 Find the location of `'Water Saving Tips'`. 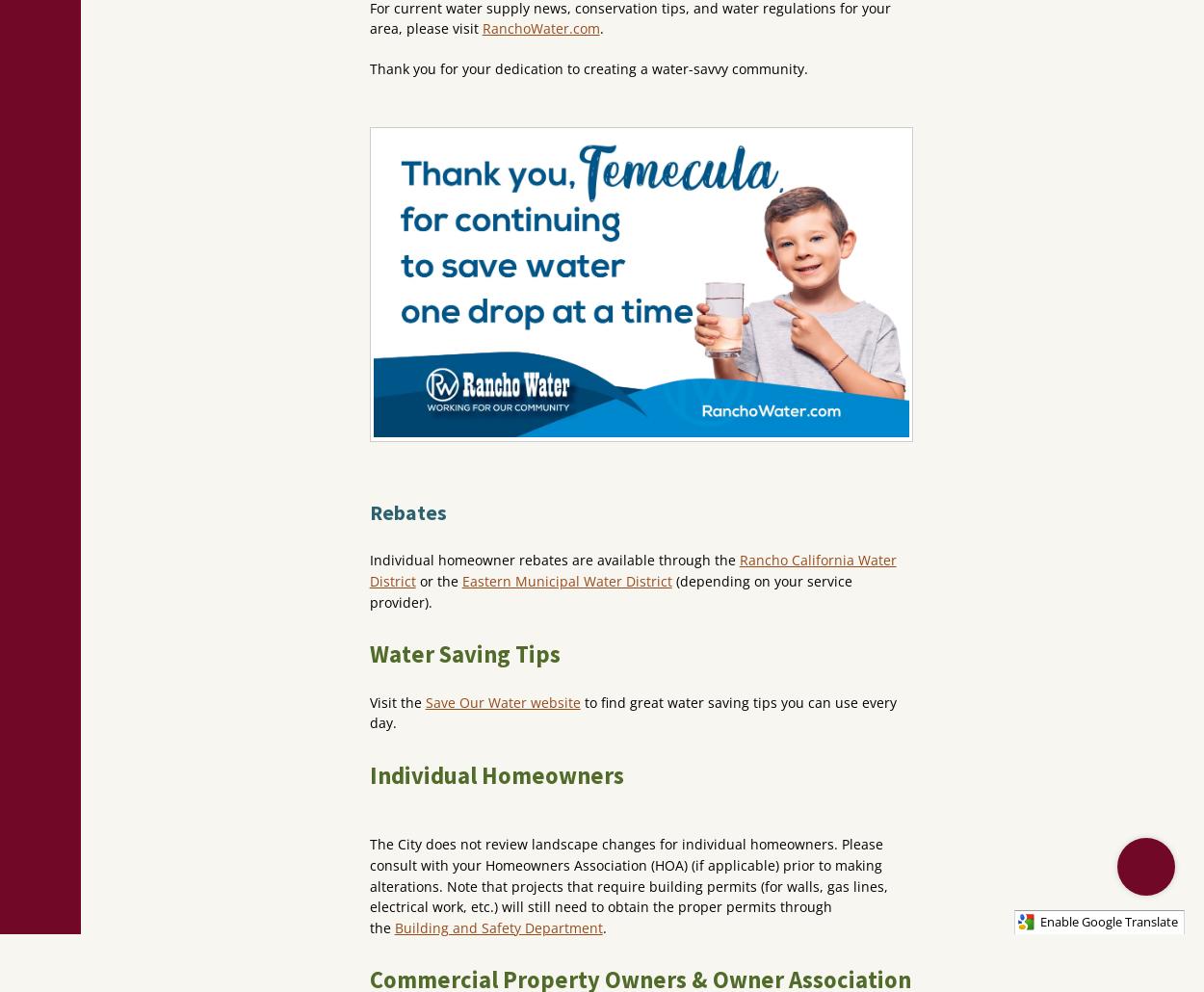

'Water Saving Tips' is located at coordinates (369, 652).